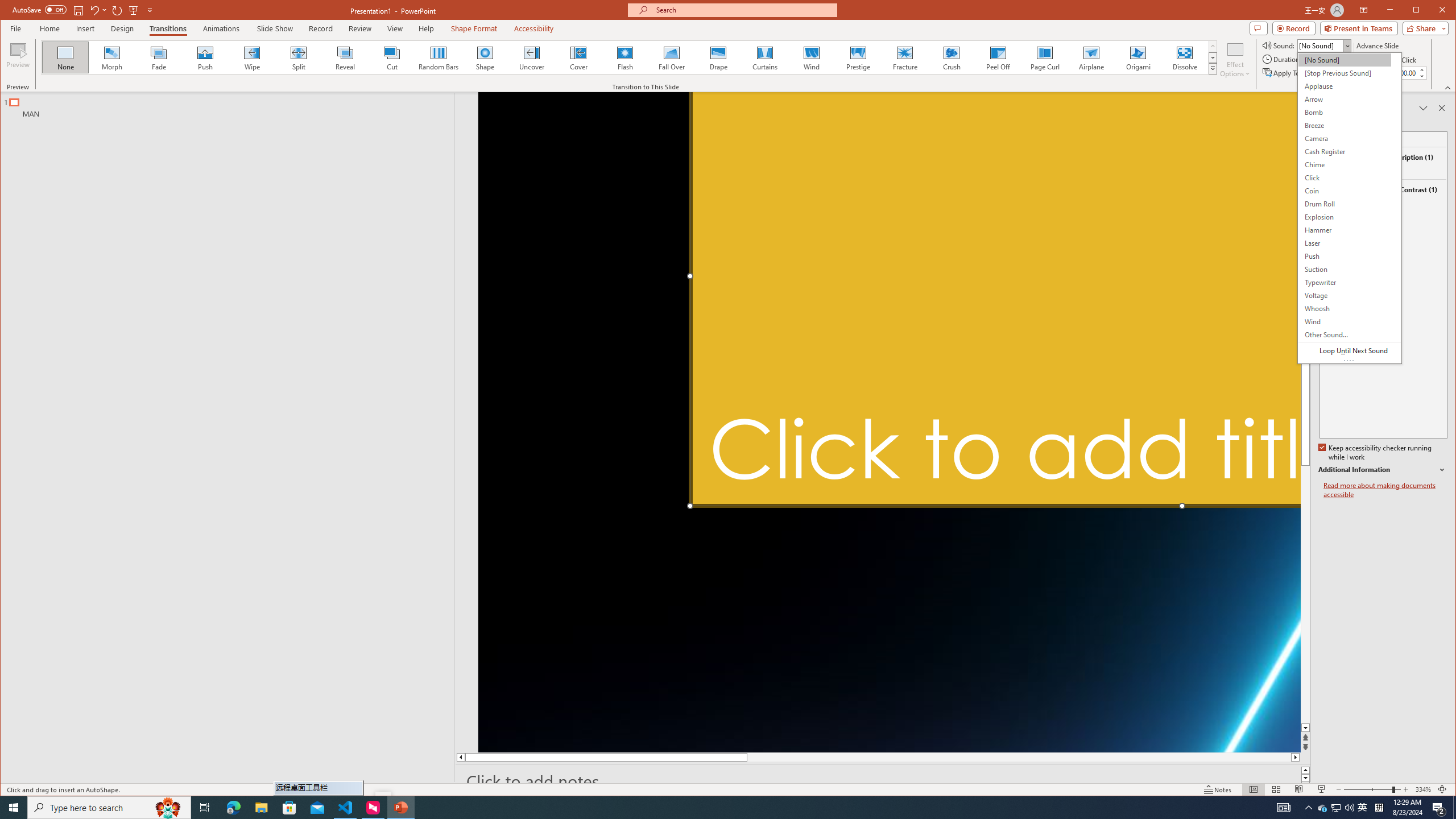 The height and width of the screenshot is (819, 1456). I want to click on 'Wind', so click(810, 57).